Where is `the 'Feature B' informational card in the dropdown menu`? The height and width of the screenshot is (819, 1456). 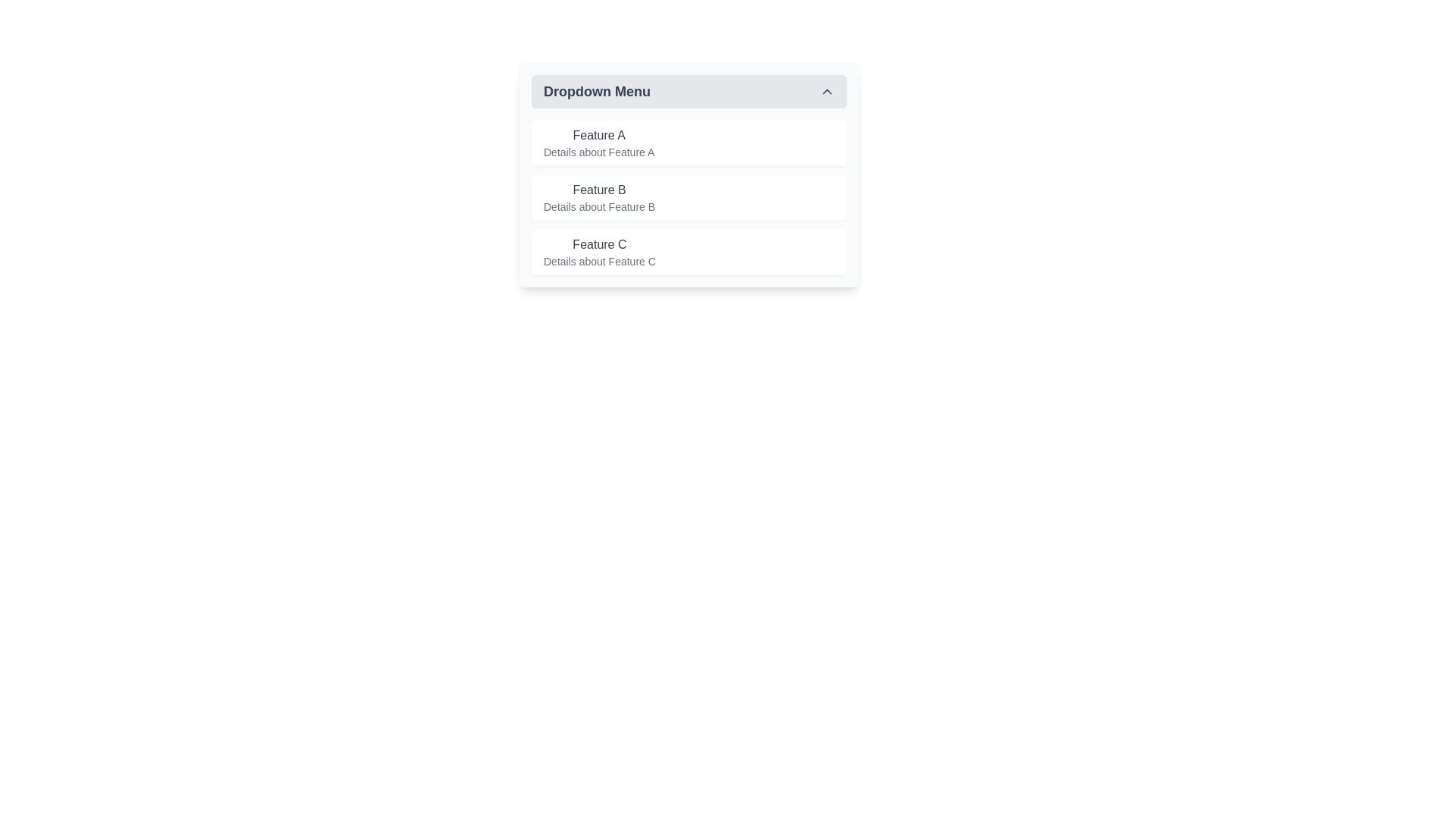
the 'Feature B' informational card in the dropdown menu is located at coordinates (688, 174).